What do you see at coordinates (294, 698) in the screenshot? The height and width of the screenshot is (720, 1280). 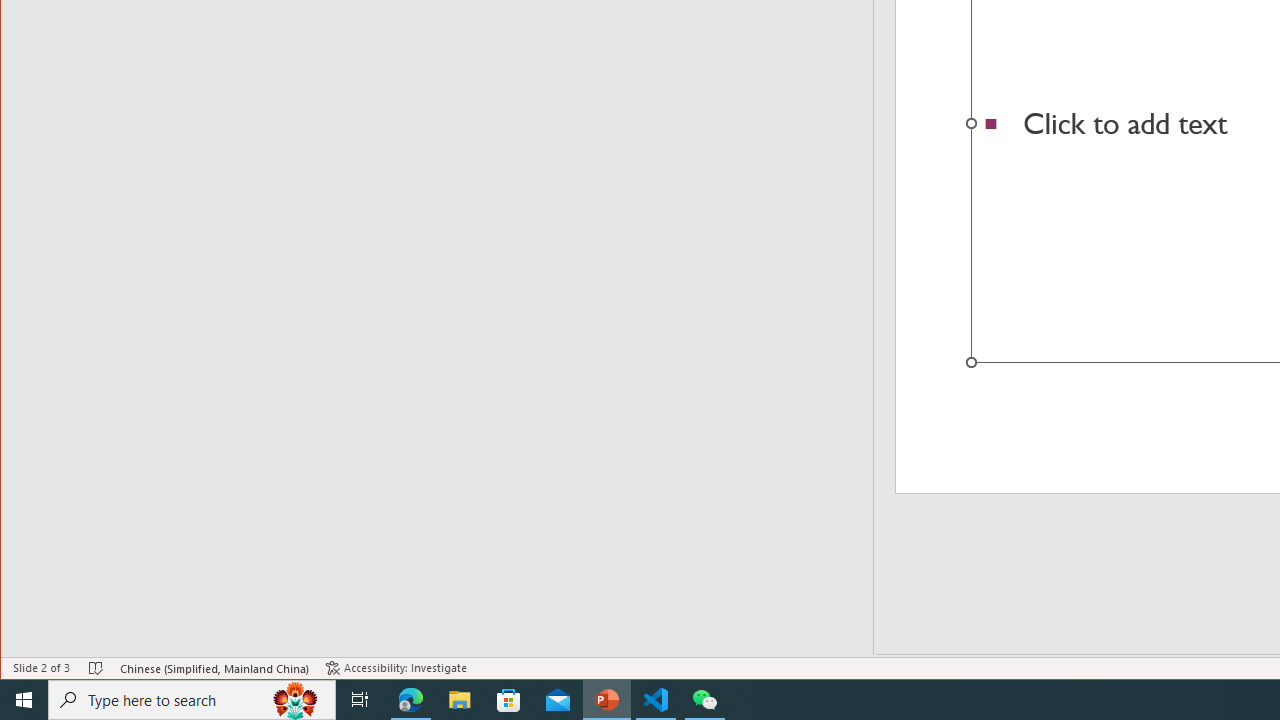 I see `'Search highlights icon opens search home window'` at bounding box center [294, 698].